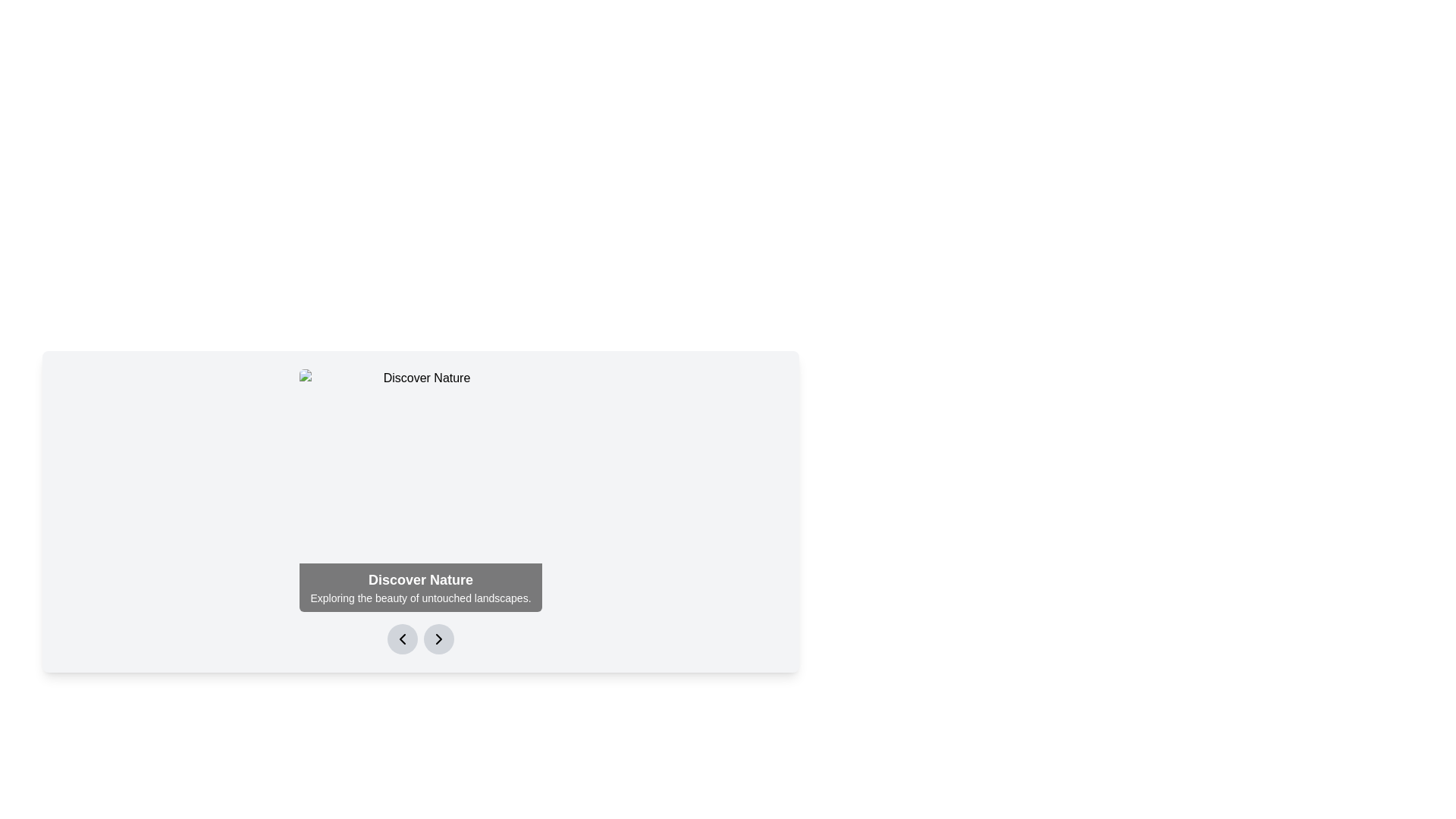 The height and width of the screenshot is (819, 1456). What do you see at coordinates (438, 639) in the screenshot?
I see `the second button, which navigates to the next item in the 'Discover Nature' card, to observe visual feedback` at bounding box center [438, 639].